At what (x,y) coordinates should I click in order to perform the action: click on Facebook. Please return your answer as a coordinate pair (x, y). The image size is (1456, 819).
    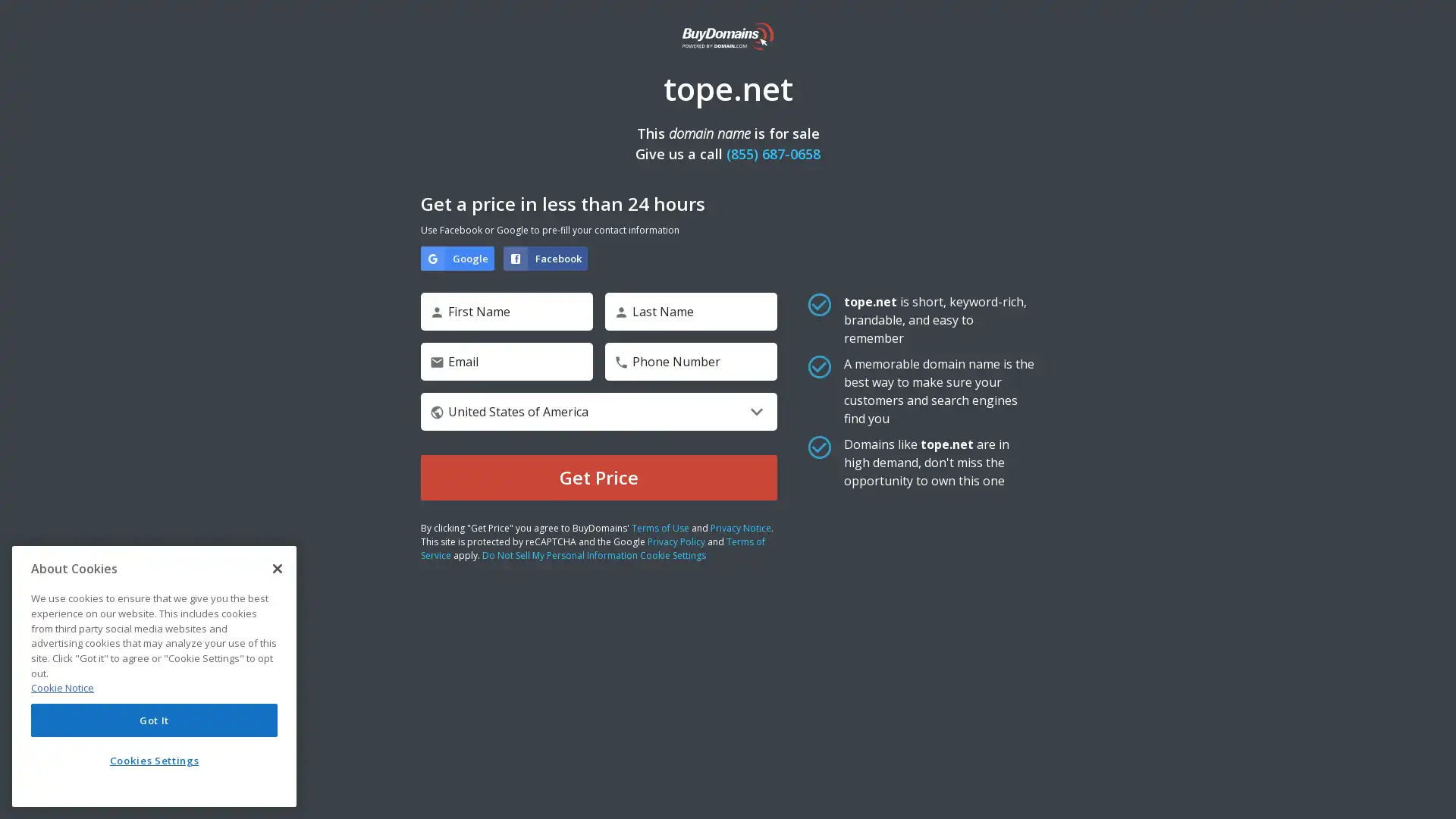
    Looking at the image, I should click on (545, 257).